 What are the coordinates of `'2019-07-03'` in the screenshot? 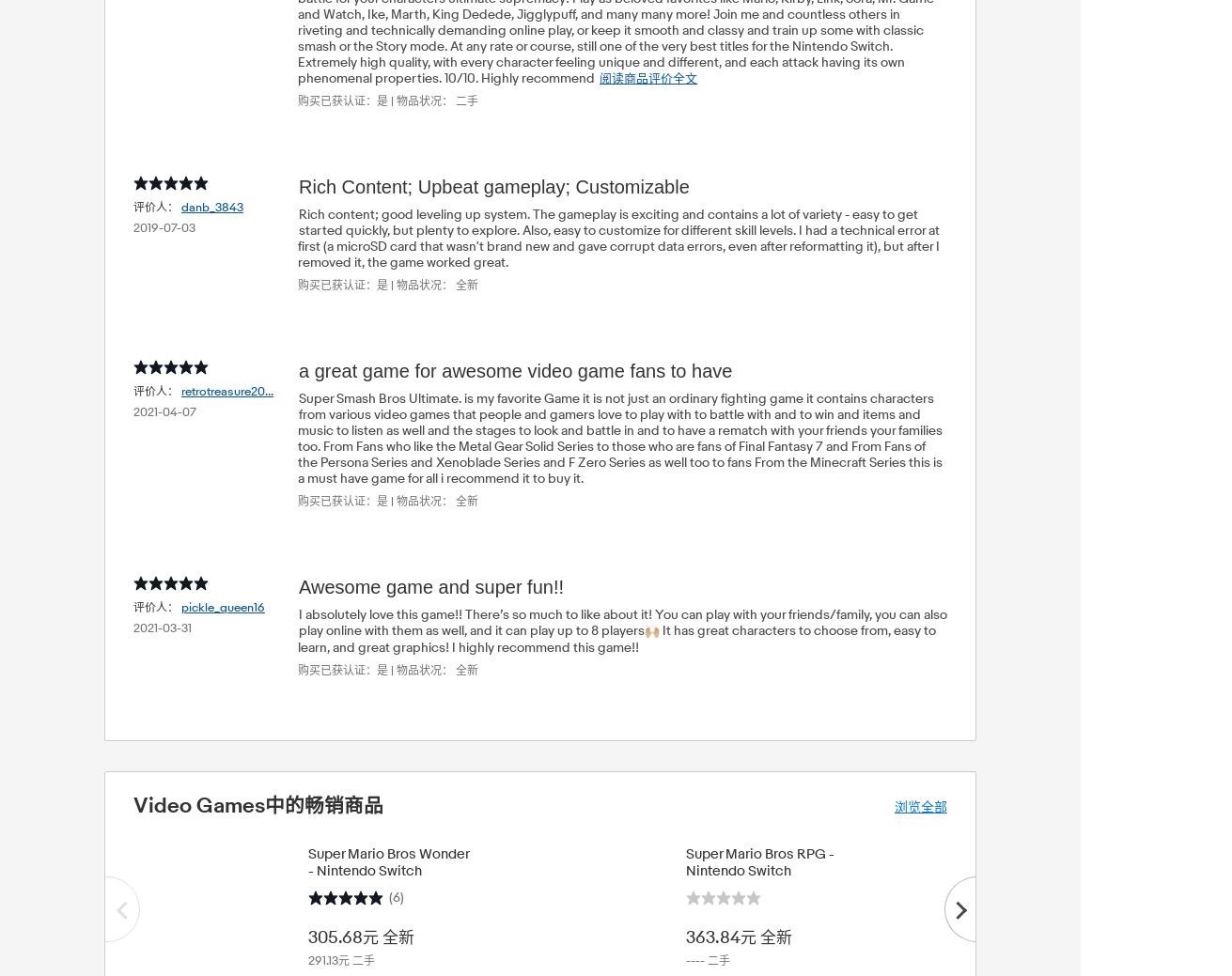 It's located at (164, 226).